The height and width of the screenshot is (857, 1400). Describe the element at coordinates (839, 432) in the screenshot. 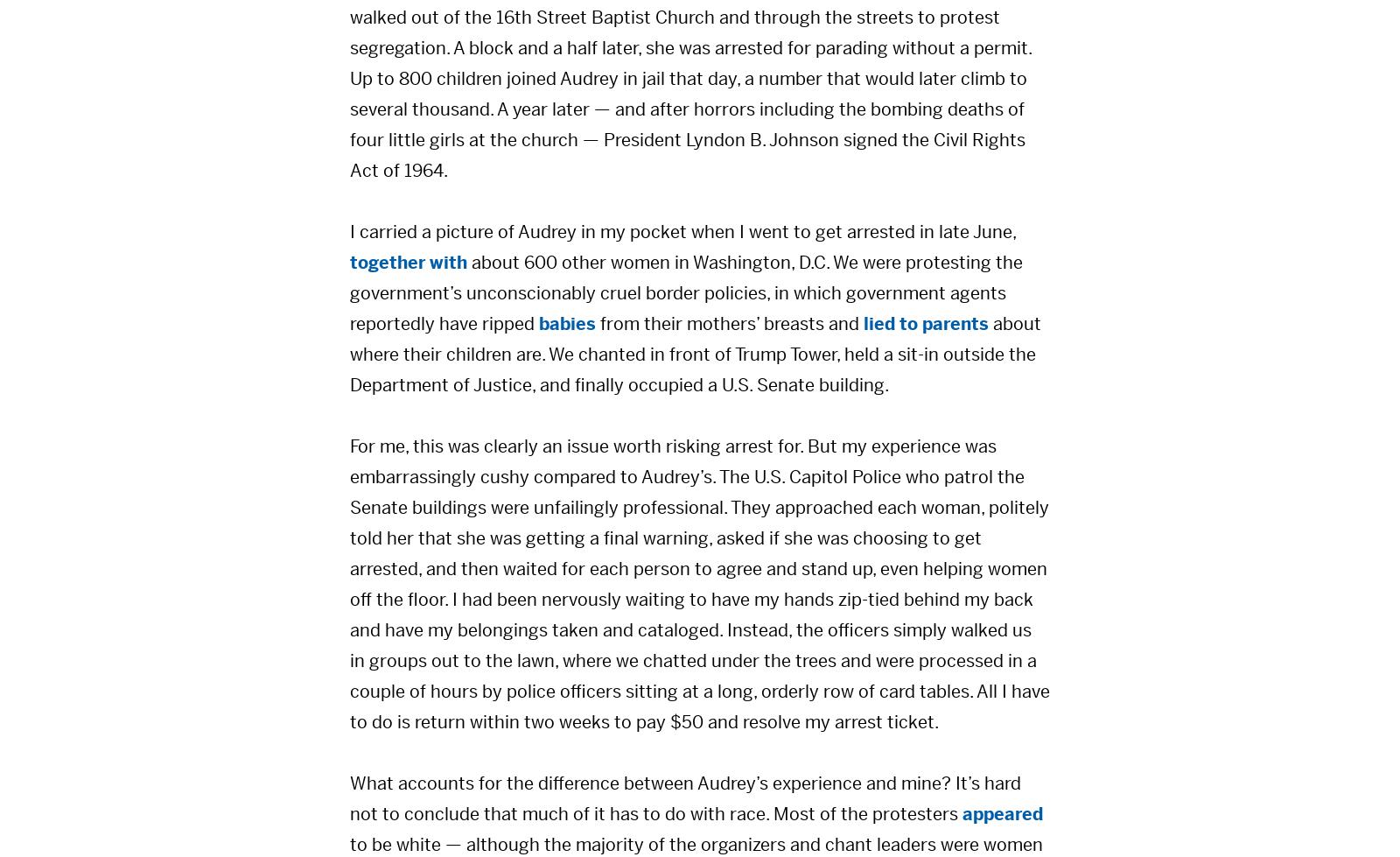

I see `'About'` at that location.